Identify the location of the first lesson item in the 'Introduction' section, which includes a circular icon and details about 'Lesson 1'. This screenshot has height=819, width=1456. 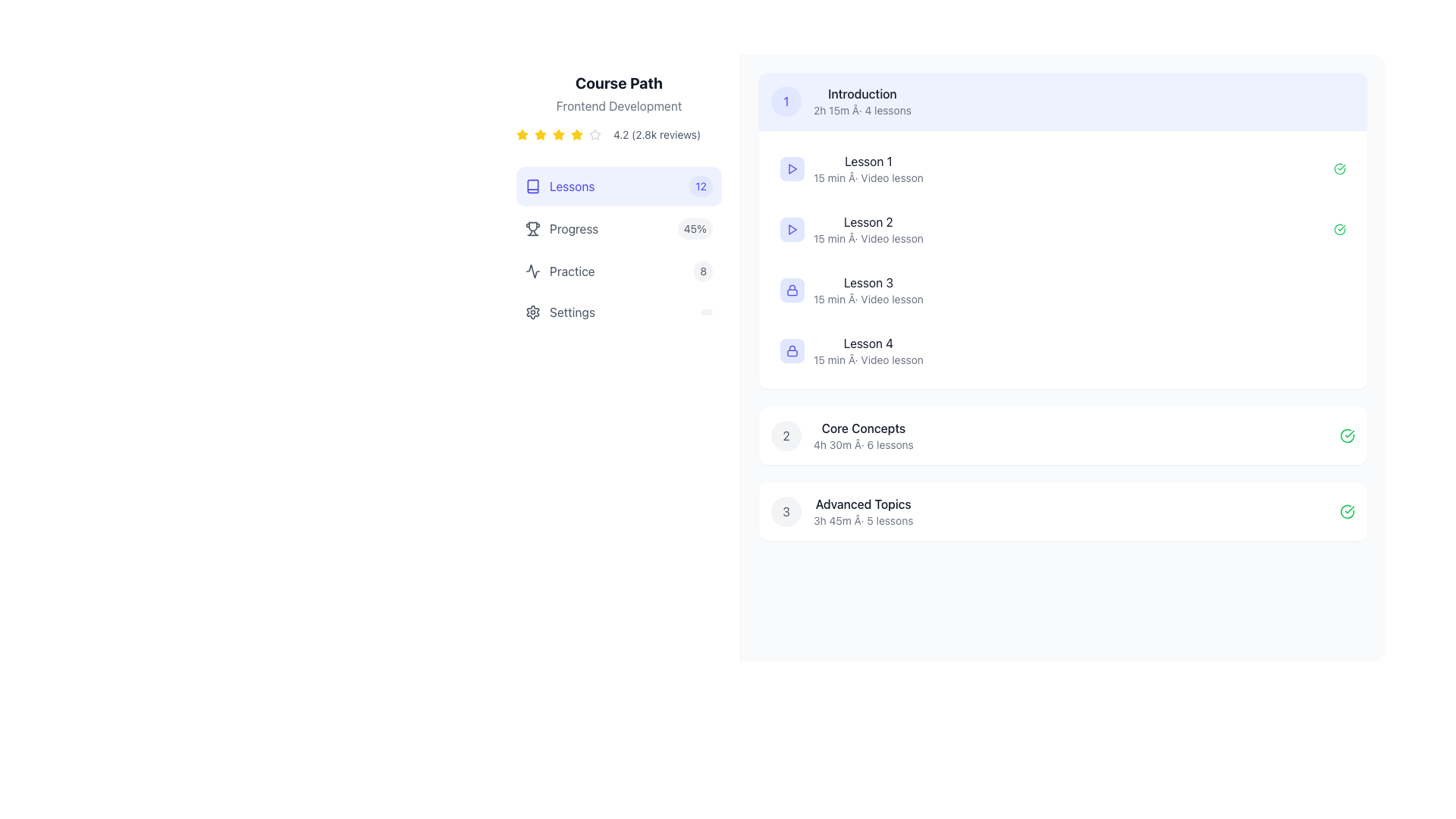
(852, 169).